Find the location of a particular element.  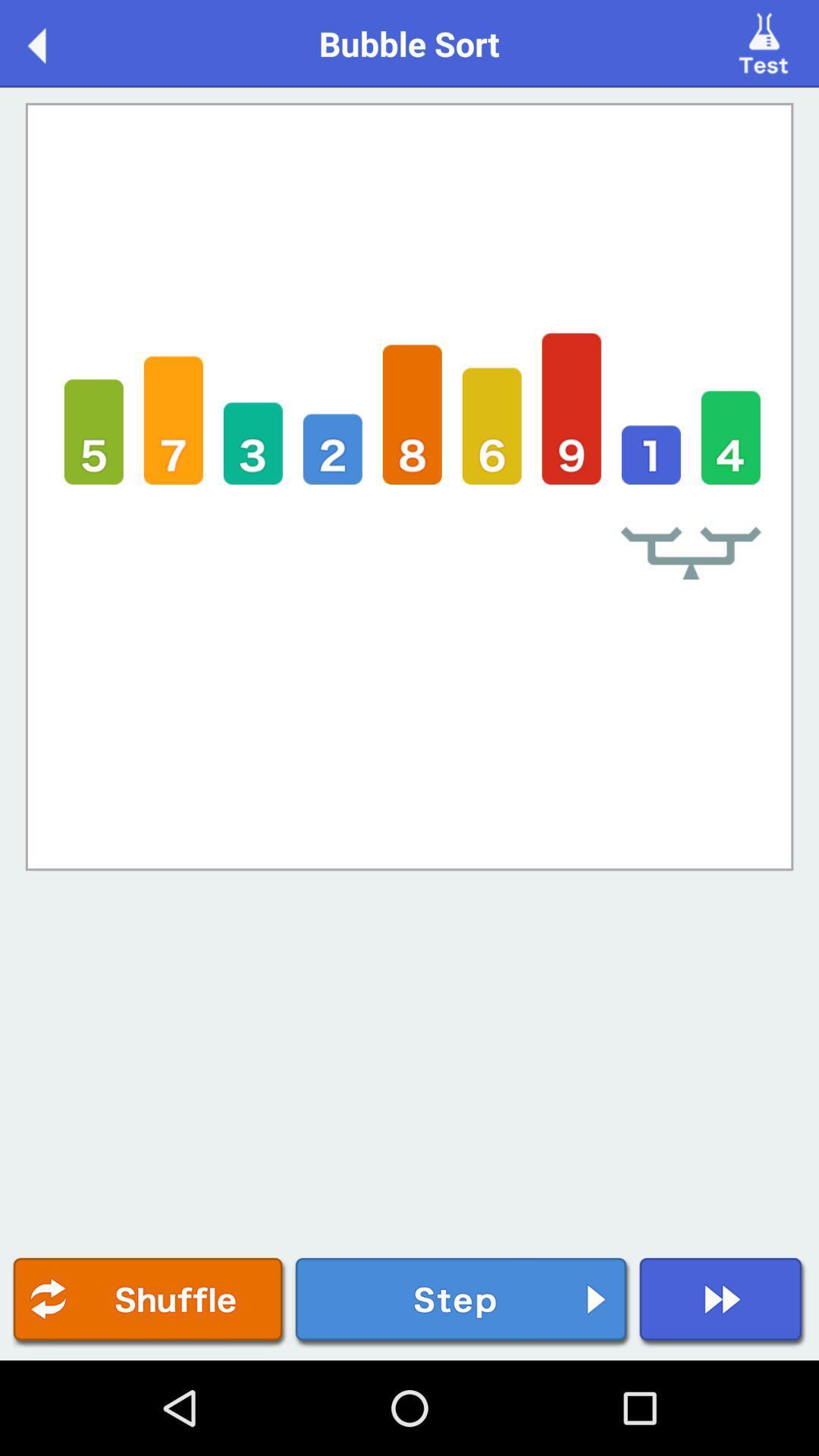

shuffle option is located at coordinates (149, 1301).